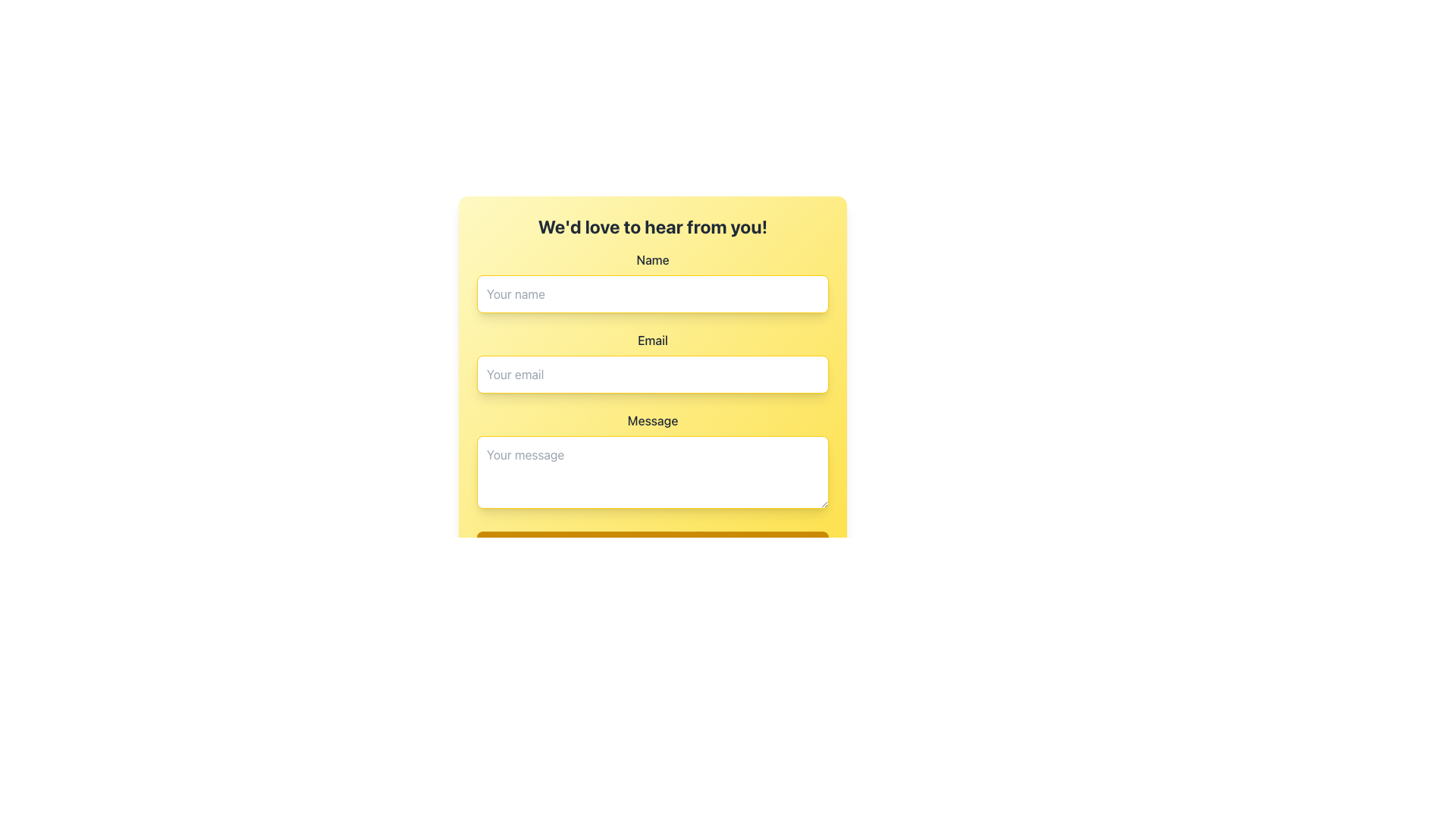  Describe the element at coordinates (652, 550) in the screenshot. I see `the submission button located at the bottom of the user input form to observe a visual change` at that location.